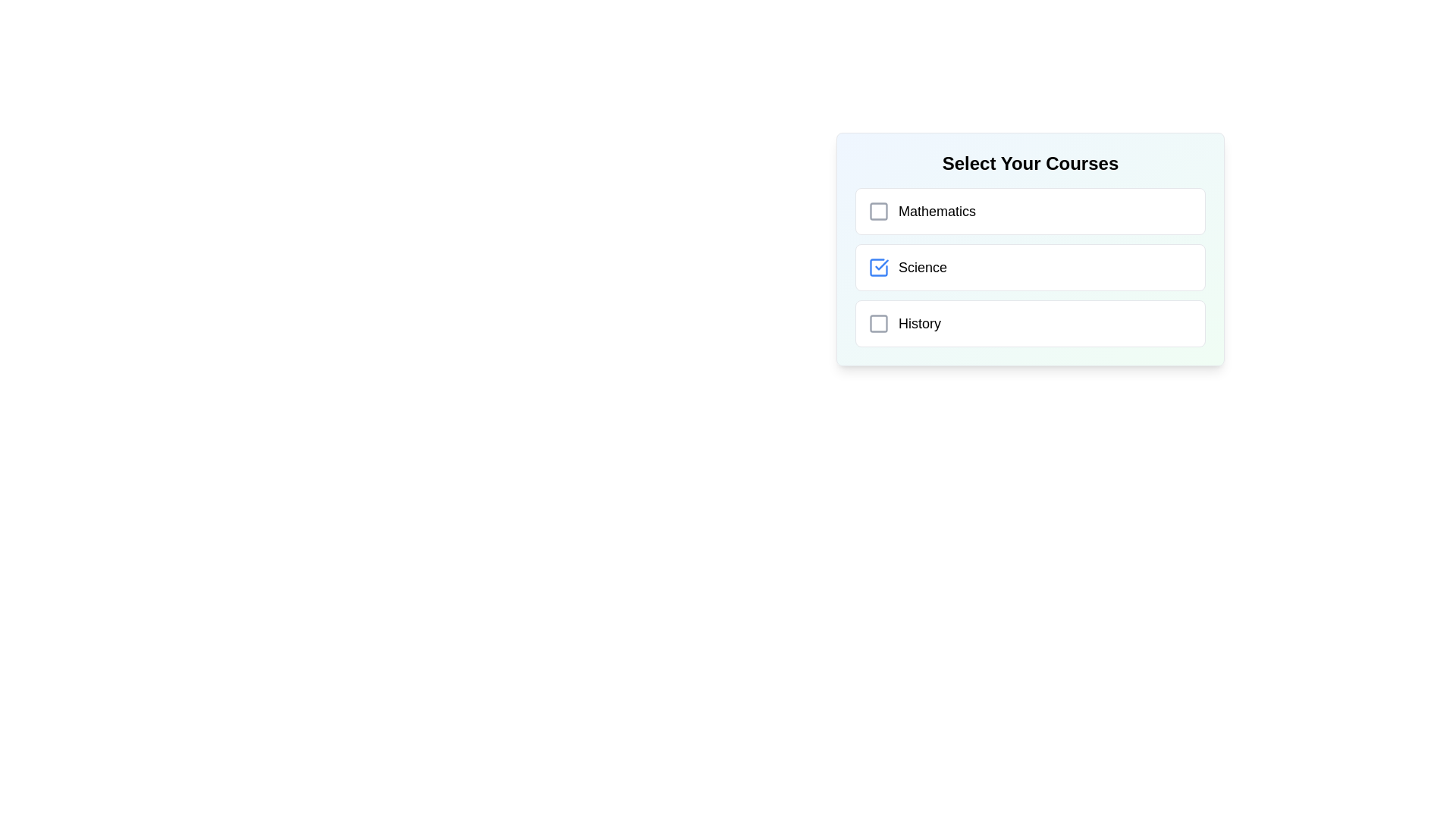 The image size is (1456, 819). I want to click on the label for the third course option 'History', which is positioned below the 'Science' option in the course selection list, so click(919, 323).